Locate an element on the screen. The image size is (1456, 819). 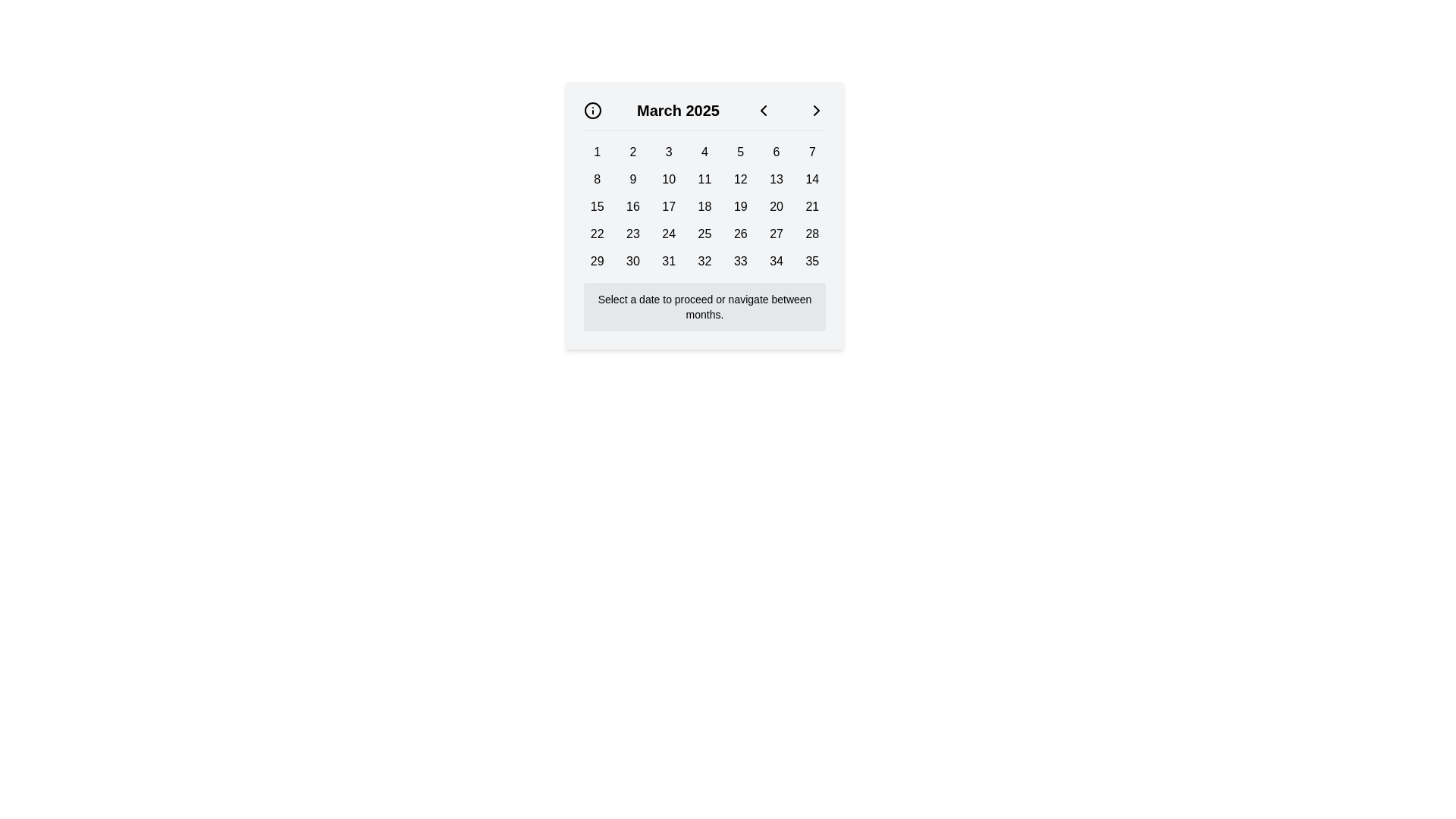
the small rectangular button labeled '11' in the calendar interface is located at coordinates (704, 178).